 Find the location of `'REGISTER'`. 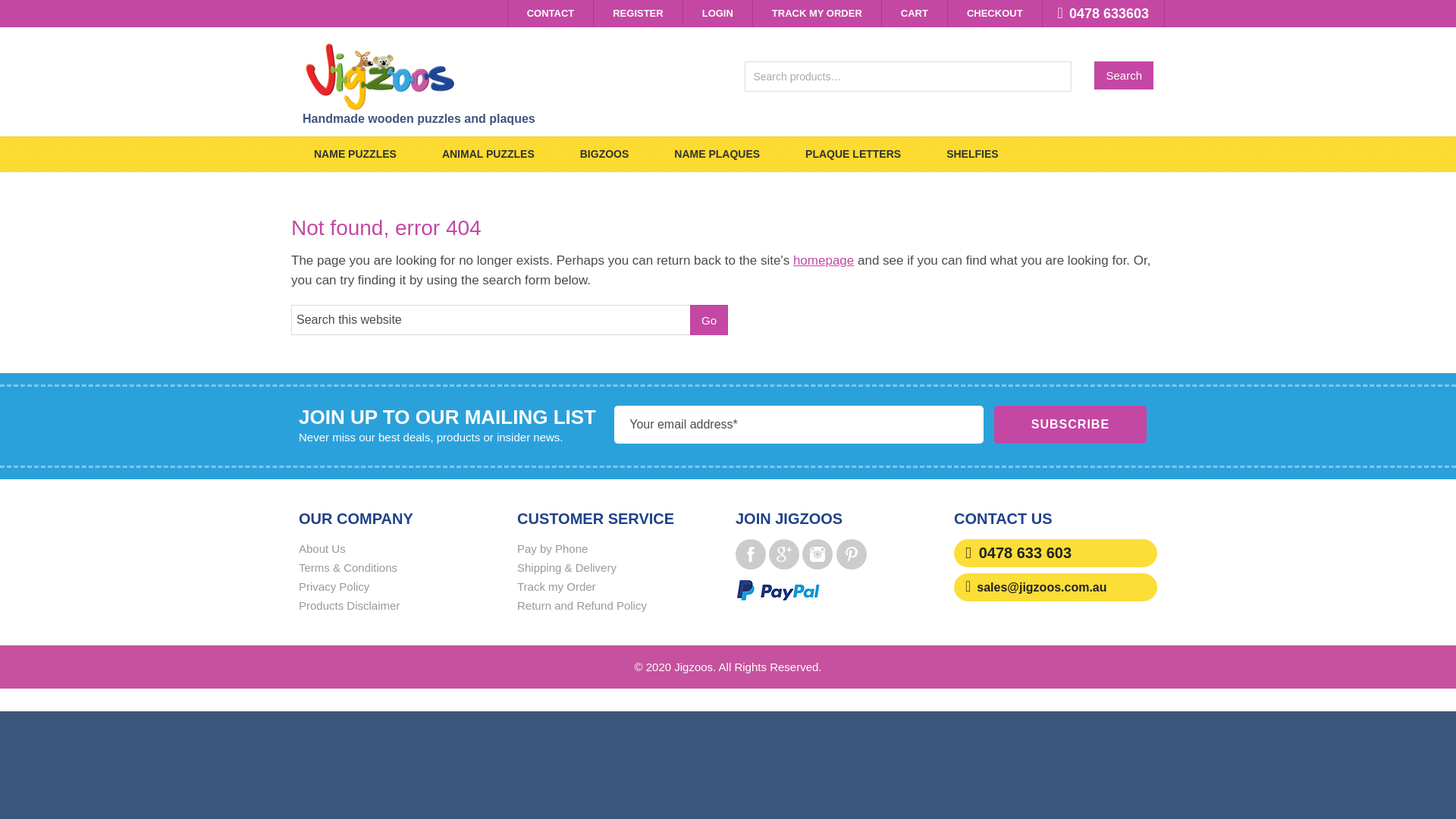

'REGISTER' is located at coordinates (592, 13).